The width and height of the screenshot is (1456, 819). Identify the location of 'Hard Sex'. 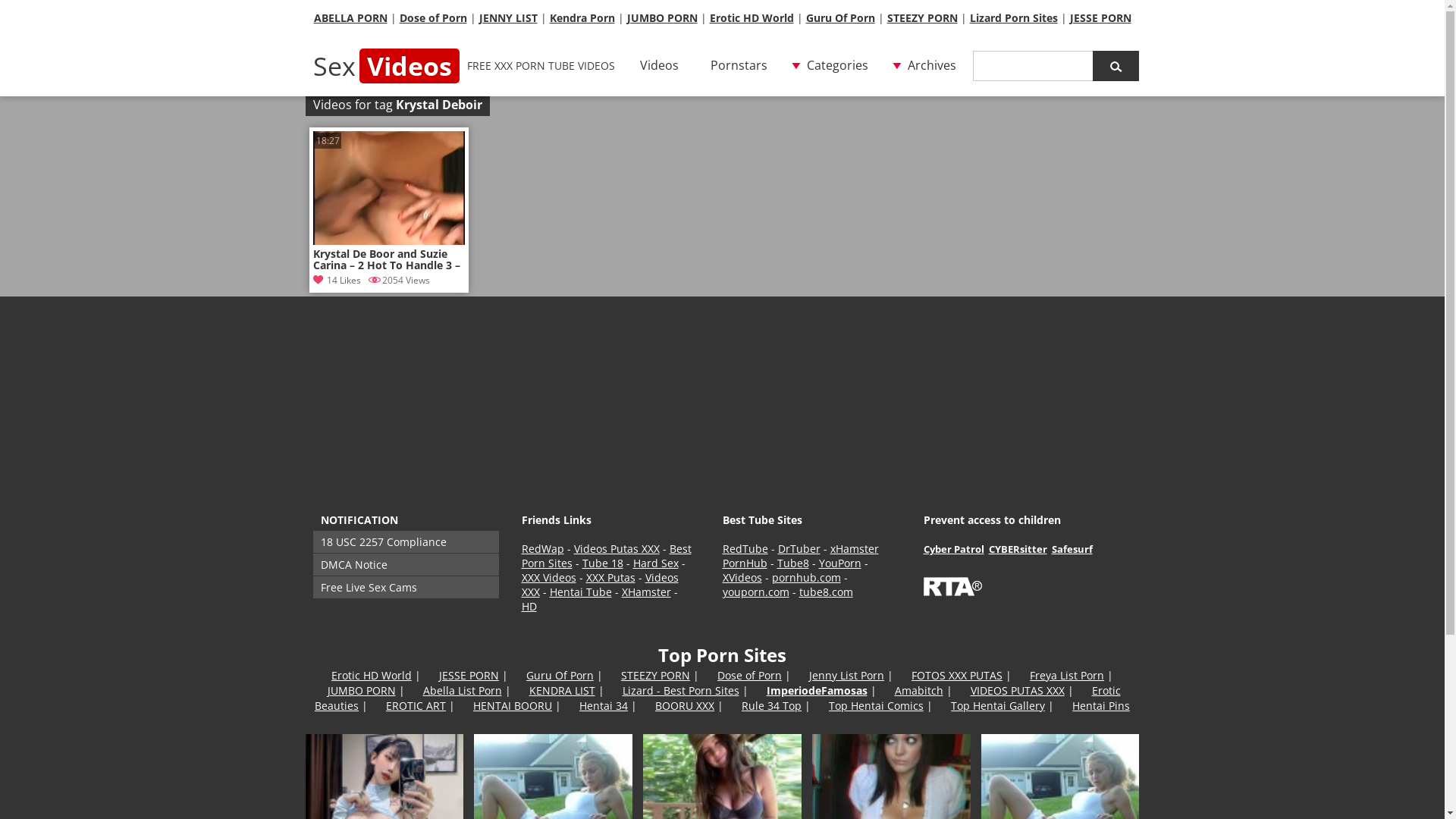
(655, 563).